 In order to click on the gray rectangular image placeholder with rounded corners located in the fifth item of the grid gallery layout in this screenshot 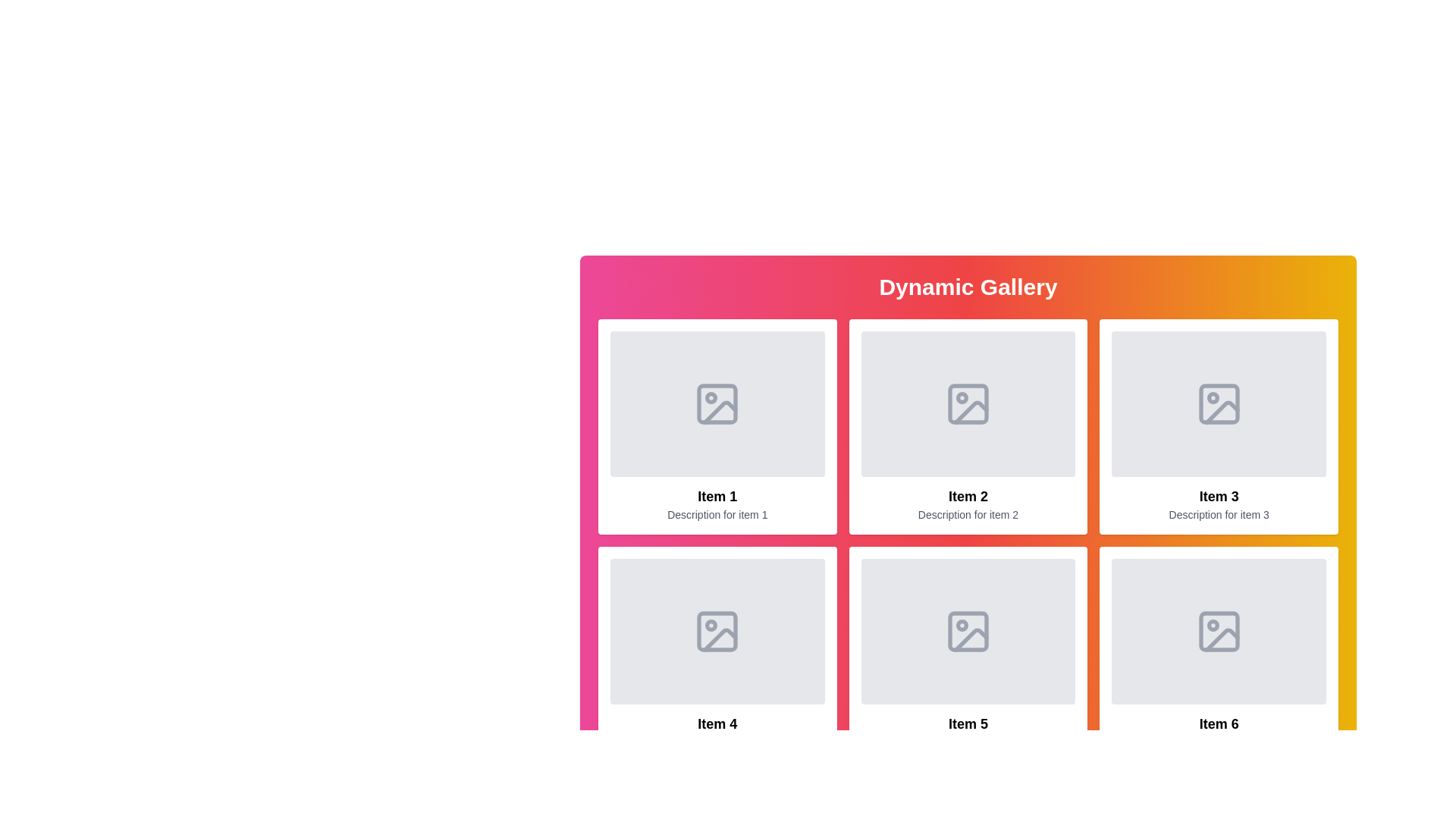, I will do `click(967, 632)`.